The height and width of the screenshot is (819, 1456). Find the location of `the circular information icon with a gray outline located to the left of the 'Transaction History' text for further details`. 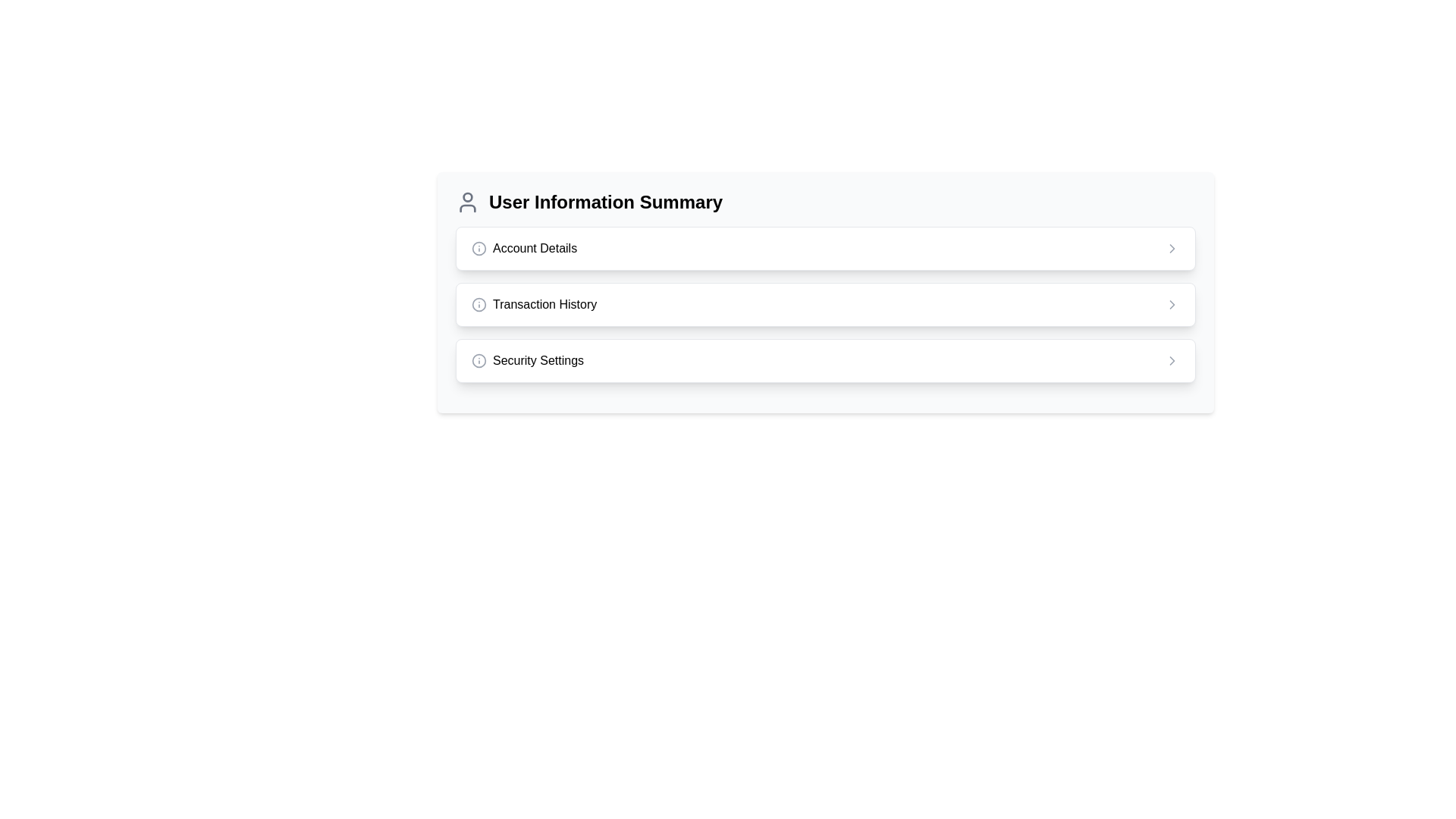

the circular information icon with a gray outline located to the left of the 'Transaction History' text for further details is located at coordinates (479, 304).